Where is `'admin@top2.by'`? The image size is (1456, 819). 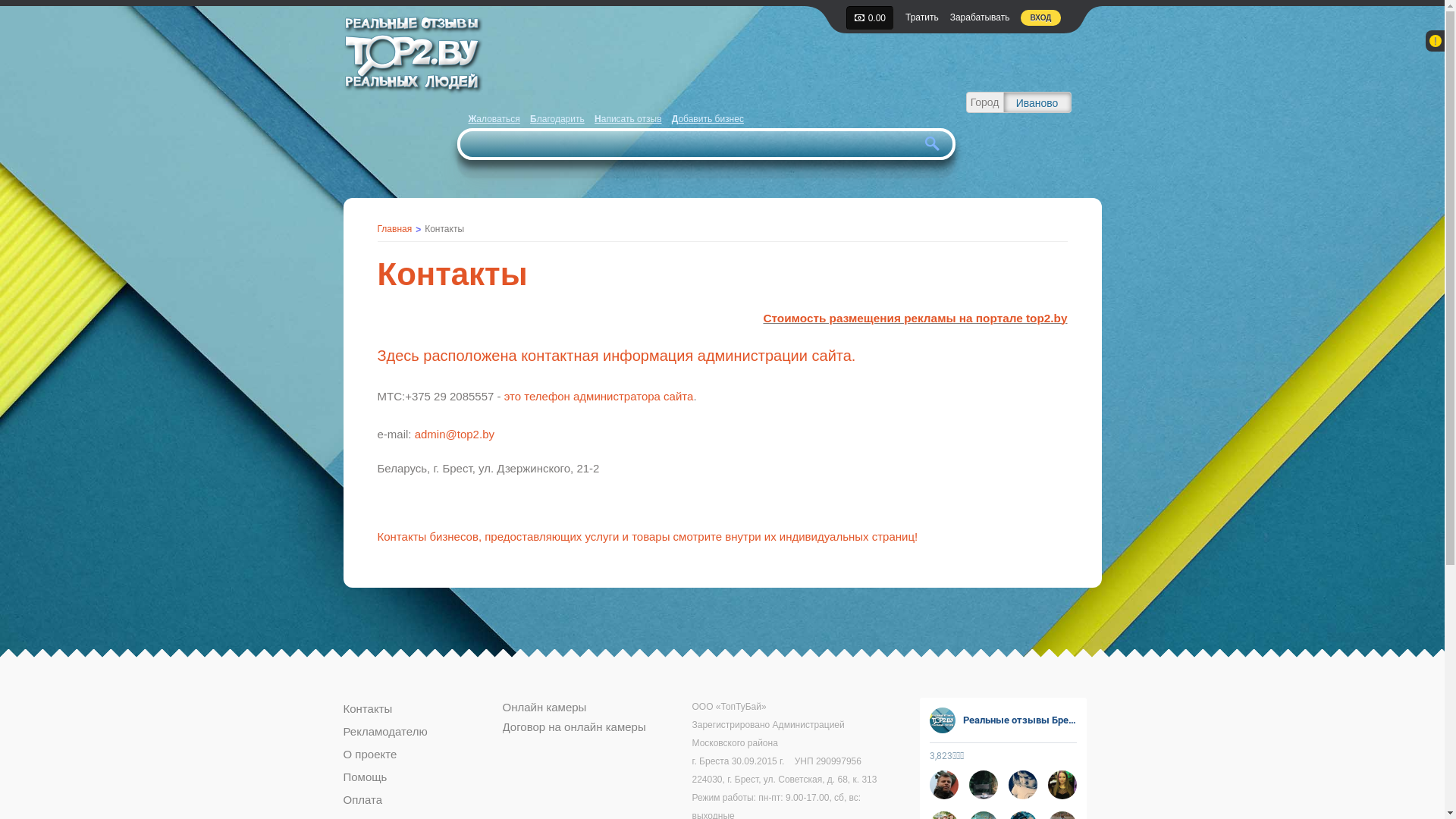
'admin@top2.by' is located at coordinates (415, 434).